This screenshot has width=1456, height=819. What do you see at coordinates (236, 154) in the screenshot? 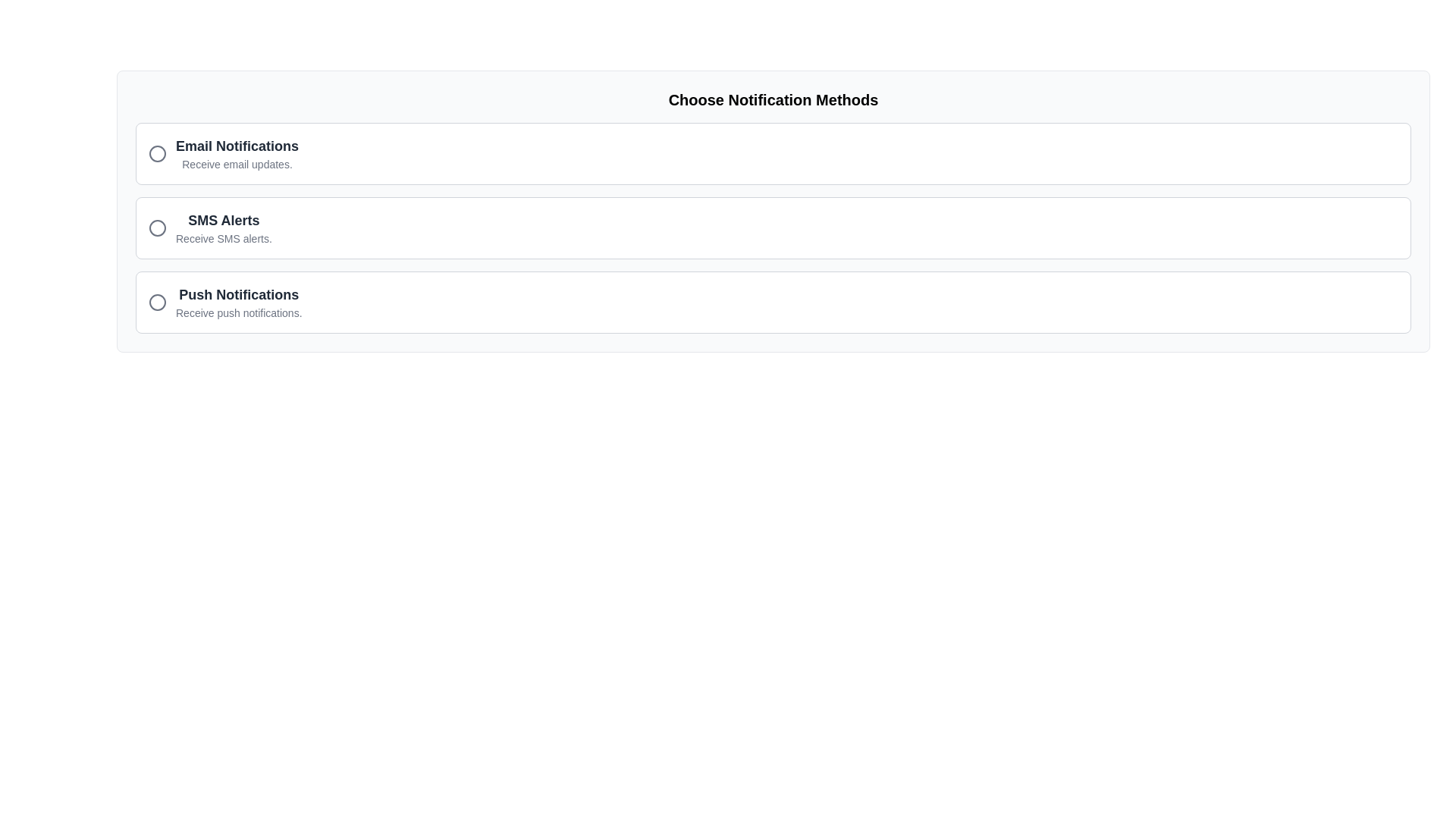
I see `the 'Email Notifications' text label which has a bold heading and descriptive subtext, located at the top of the list of notification methods within a bordered card` at bounding box center [236, 154].